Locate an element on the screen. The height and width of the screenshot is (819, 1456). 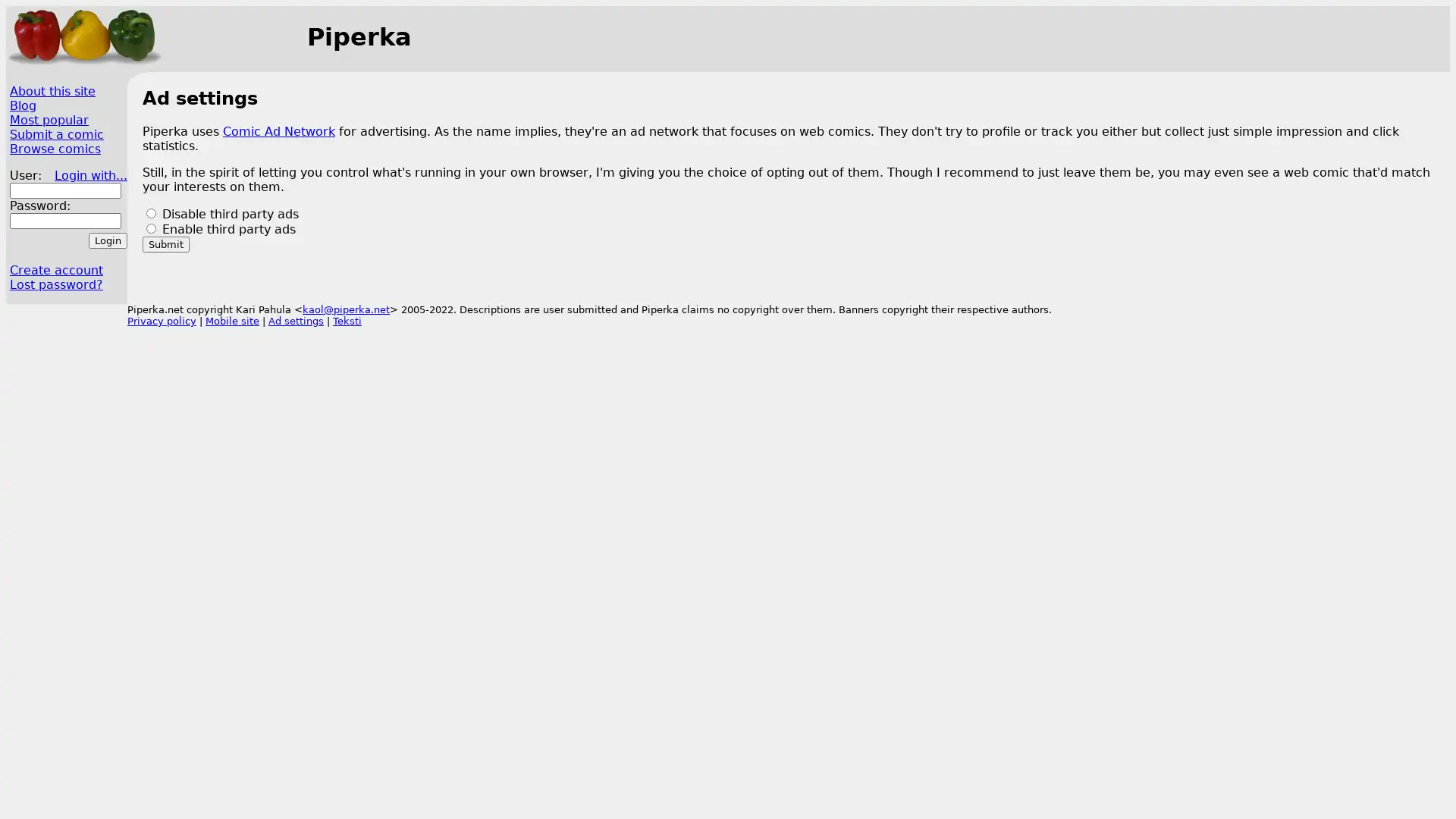
Login is located at coordinates (107, 240).